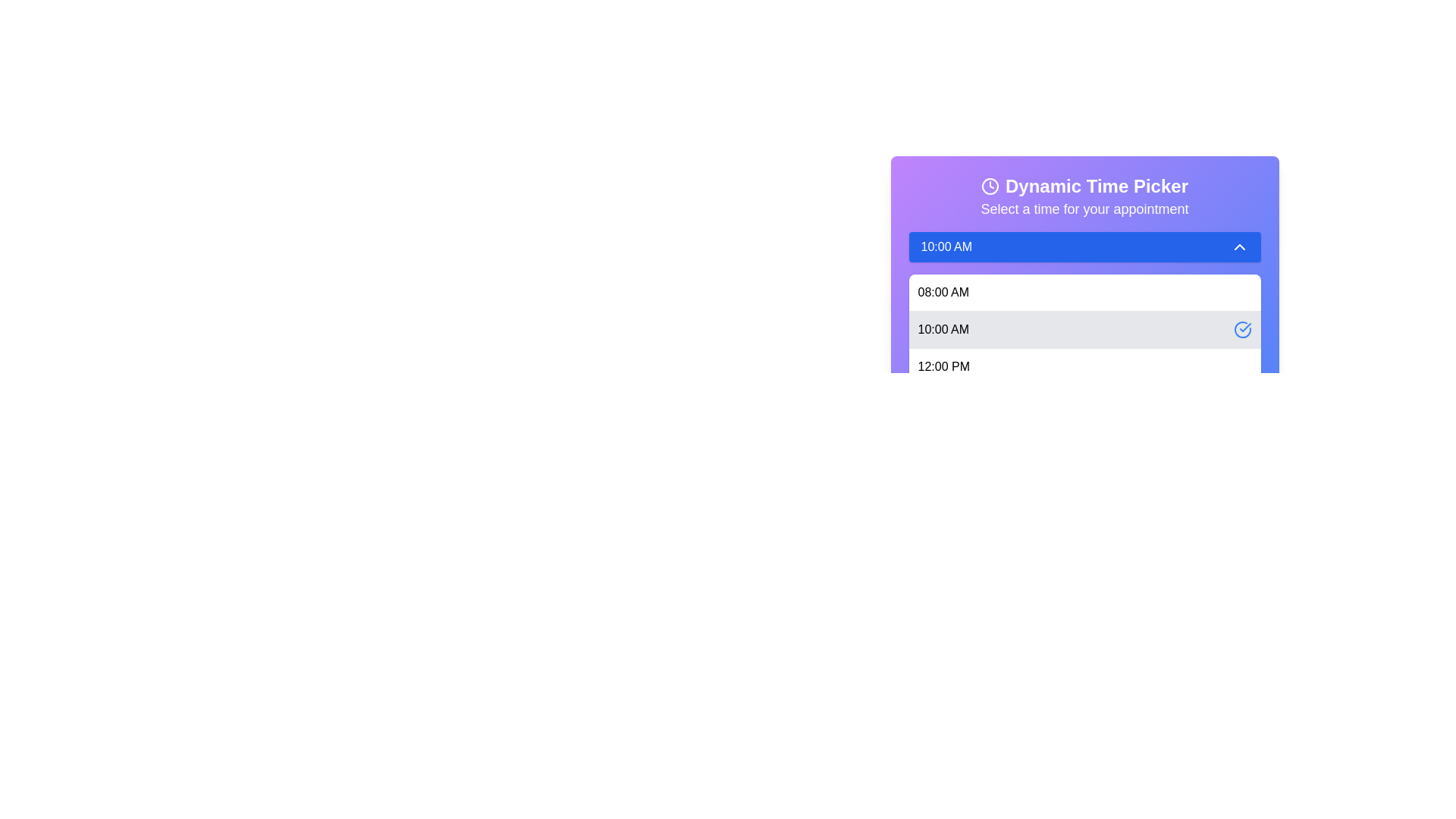 This screenshot has height=819, width=1456. Describe the element at coordinates (1242, 329) in the screenshot. I see `the confirmation status indicator icon located on the right side of the interactive picker interface for the '10:00 AM' time slot` at that location.